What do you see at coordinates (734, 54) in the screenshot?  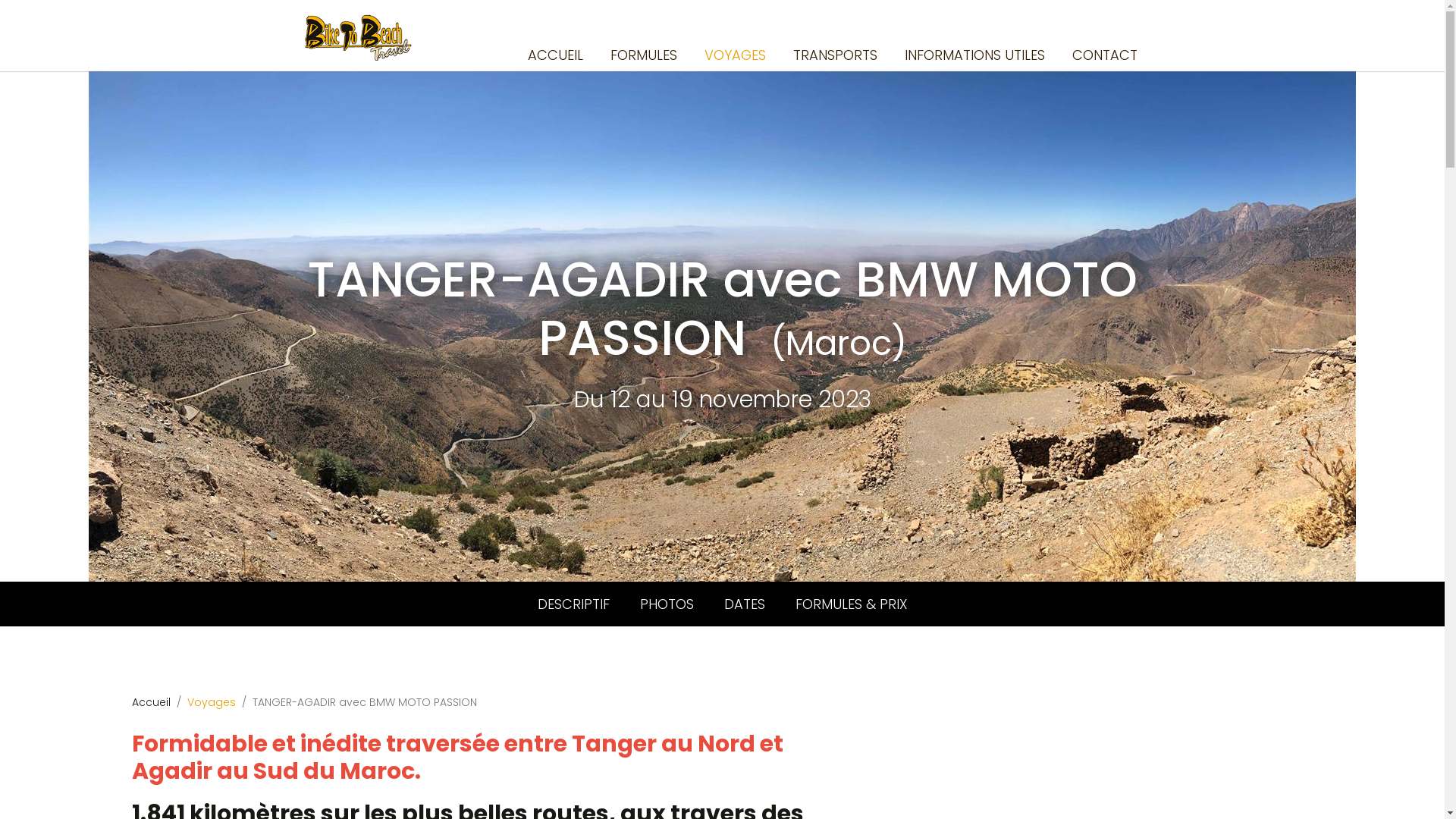 I see `'VOYAGES'` at bounding box center [734, 54].